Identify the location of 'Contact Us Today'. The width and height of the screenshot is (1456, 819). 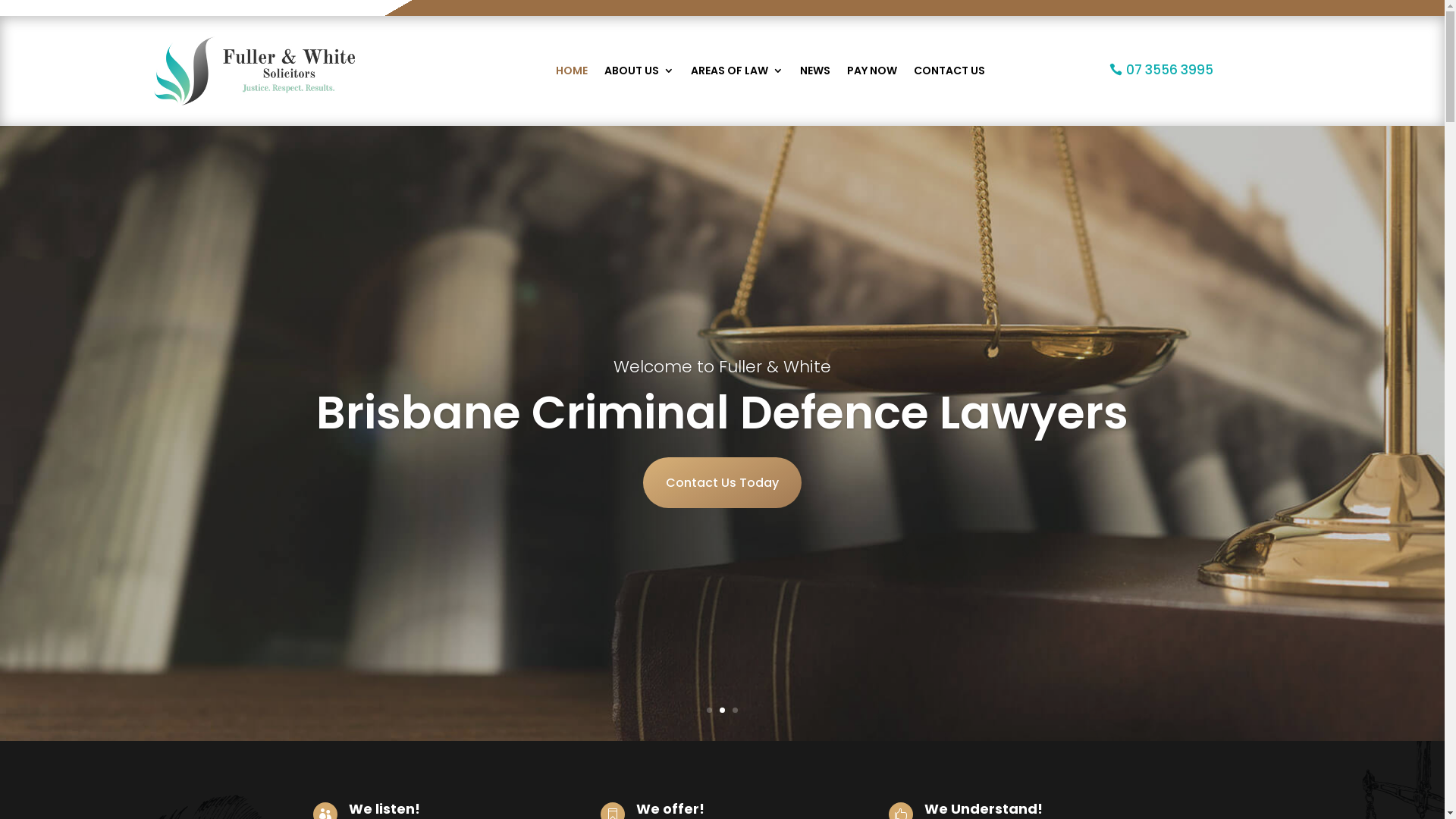
(721, 482).